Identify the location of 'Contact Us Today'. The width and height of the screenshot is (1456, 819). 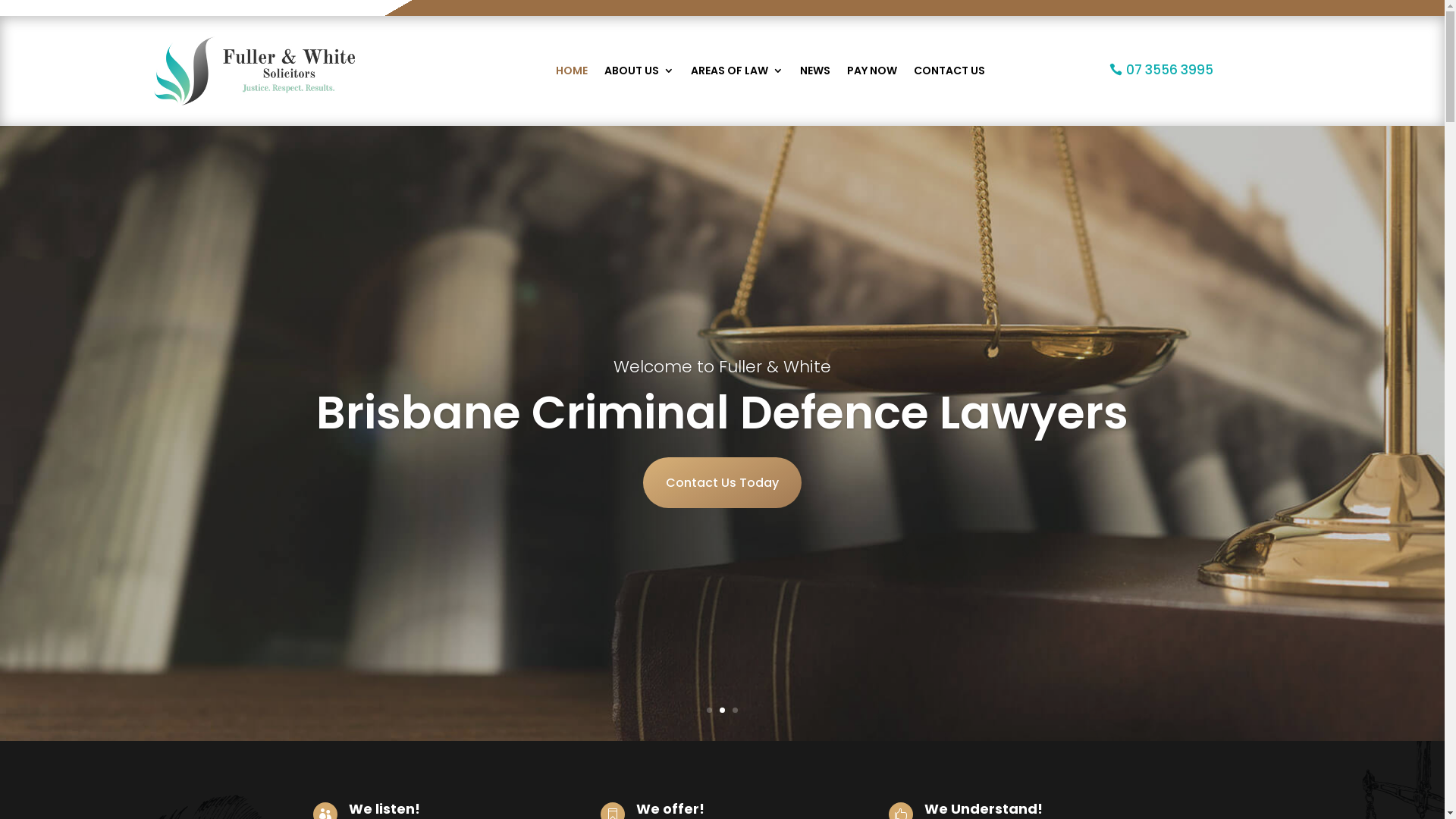
(721, 482).